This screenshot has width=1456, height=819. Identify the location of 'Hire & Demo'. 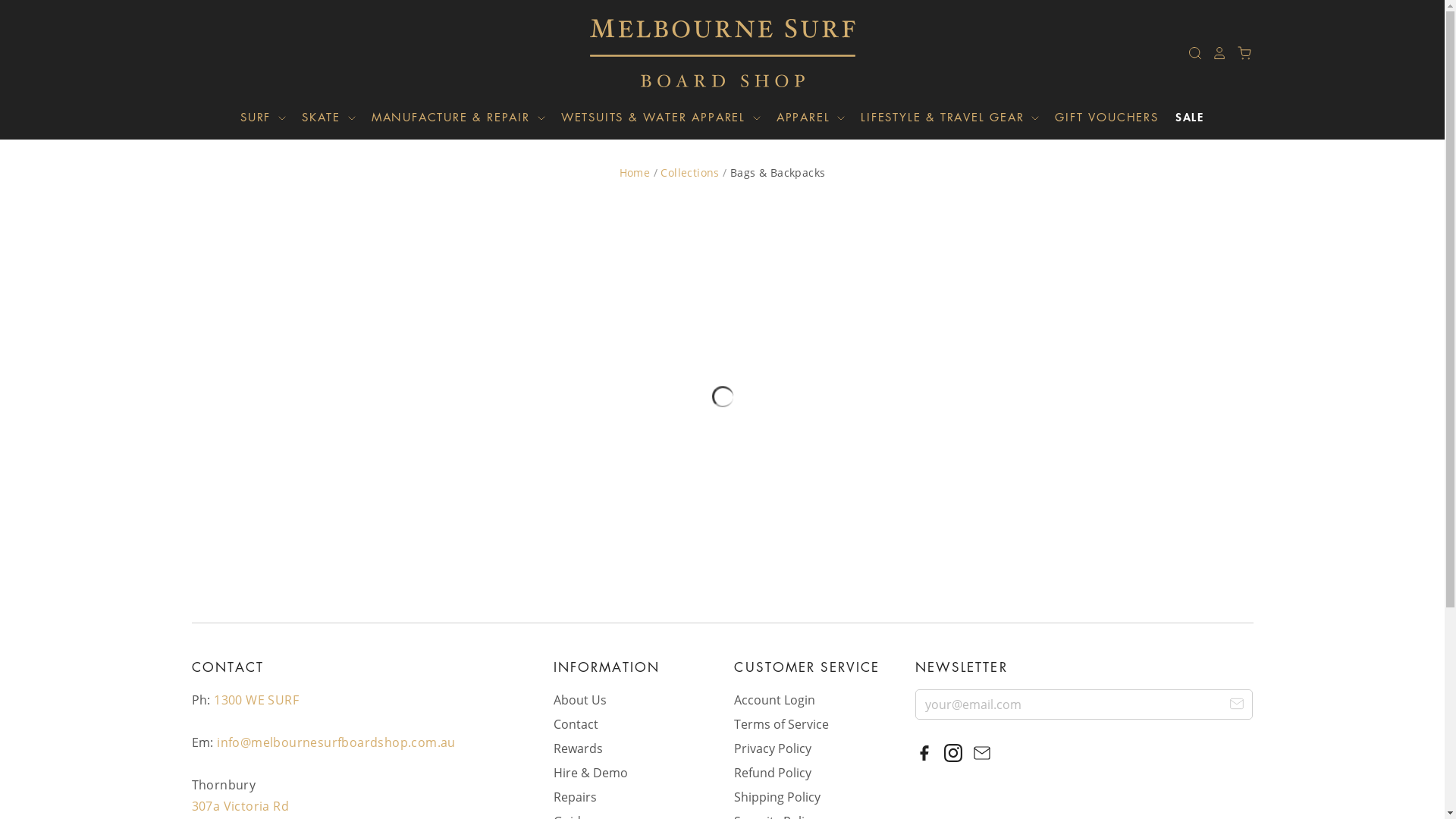
(589, 772).